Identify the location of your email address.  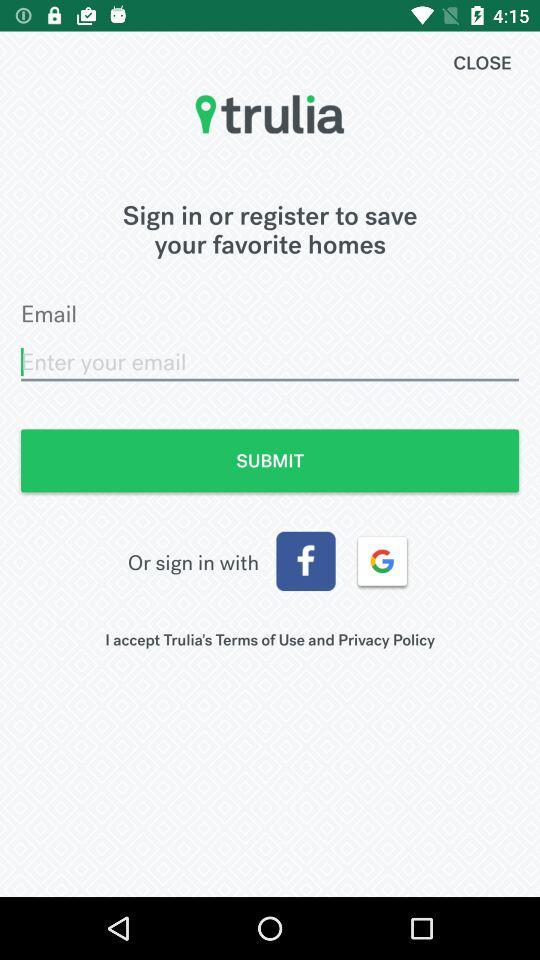
(270, 361).